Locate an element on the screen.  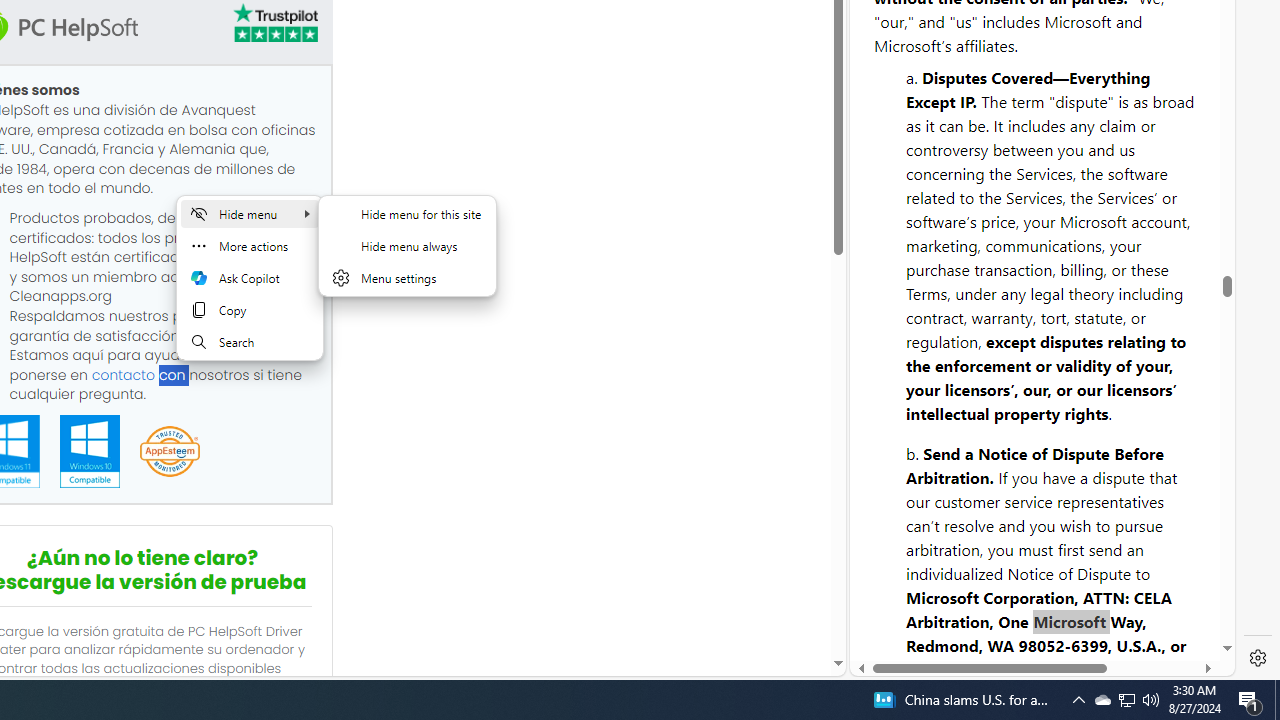
'Windows 10 Compatible' is located at coordinates (88, 451).